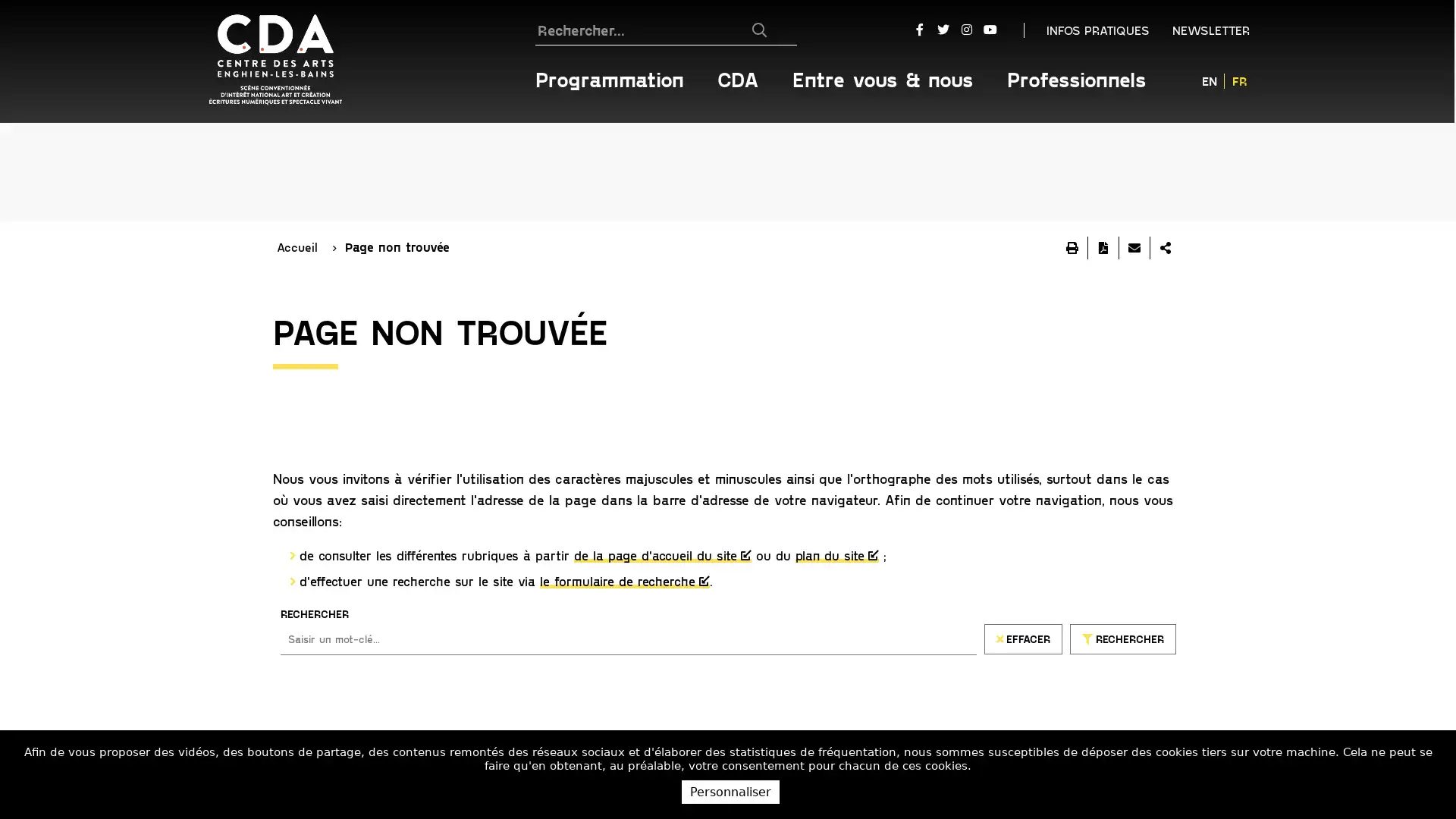 The height and width of the screenshot is (819, 1456). What do you see at coordinates (1164, 149) in the screenshot?
I see `Partager cette page` at bounding box center [1164, 149].